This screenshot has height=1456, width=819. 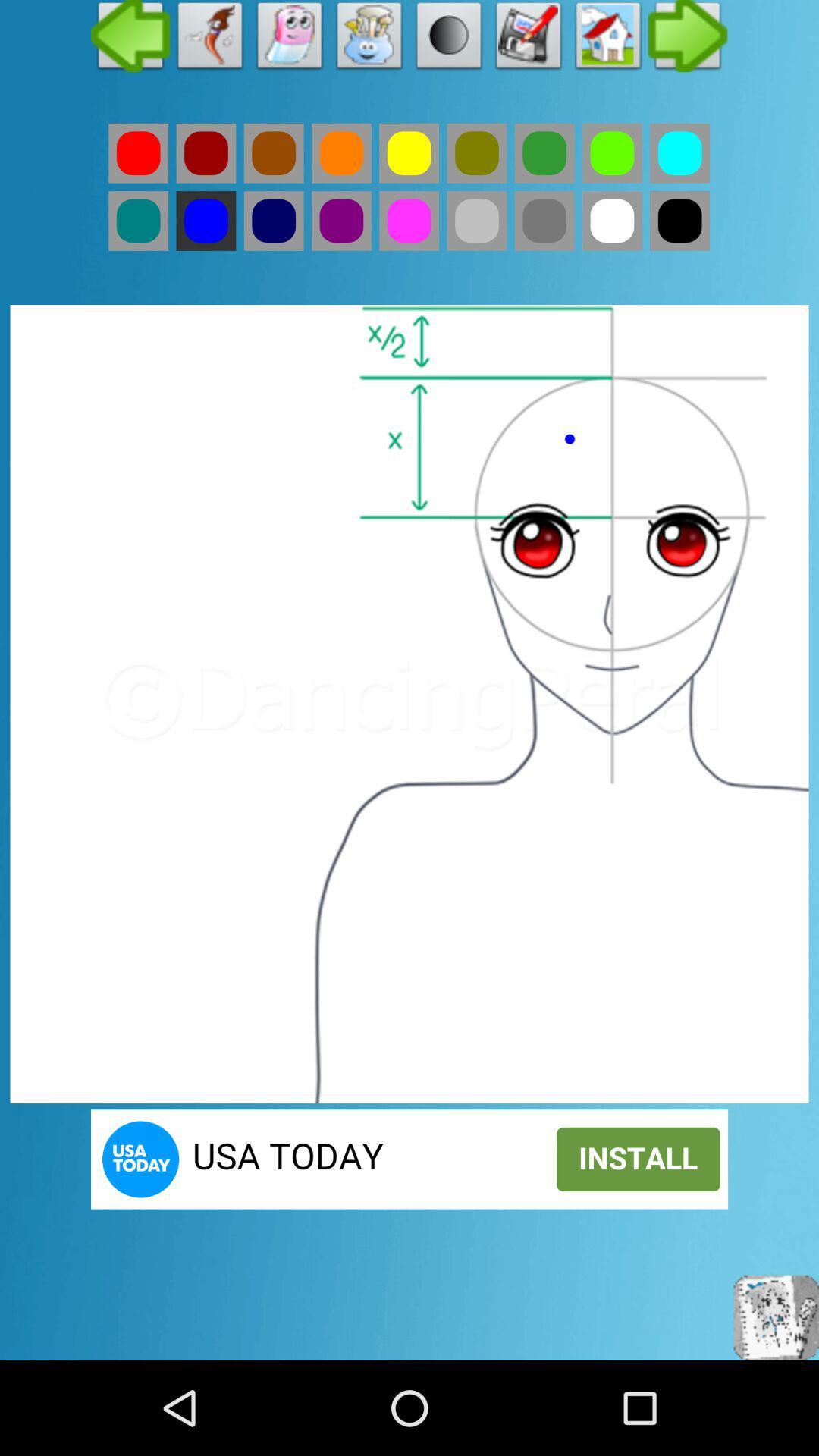 What do you see at coordinates (408, 220) in the screenshot?
I see `the colour option` at bounding box center [408, 220].